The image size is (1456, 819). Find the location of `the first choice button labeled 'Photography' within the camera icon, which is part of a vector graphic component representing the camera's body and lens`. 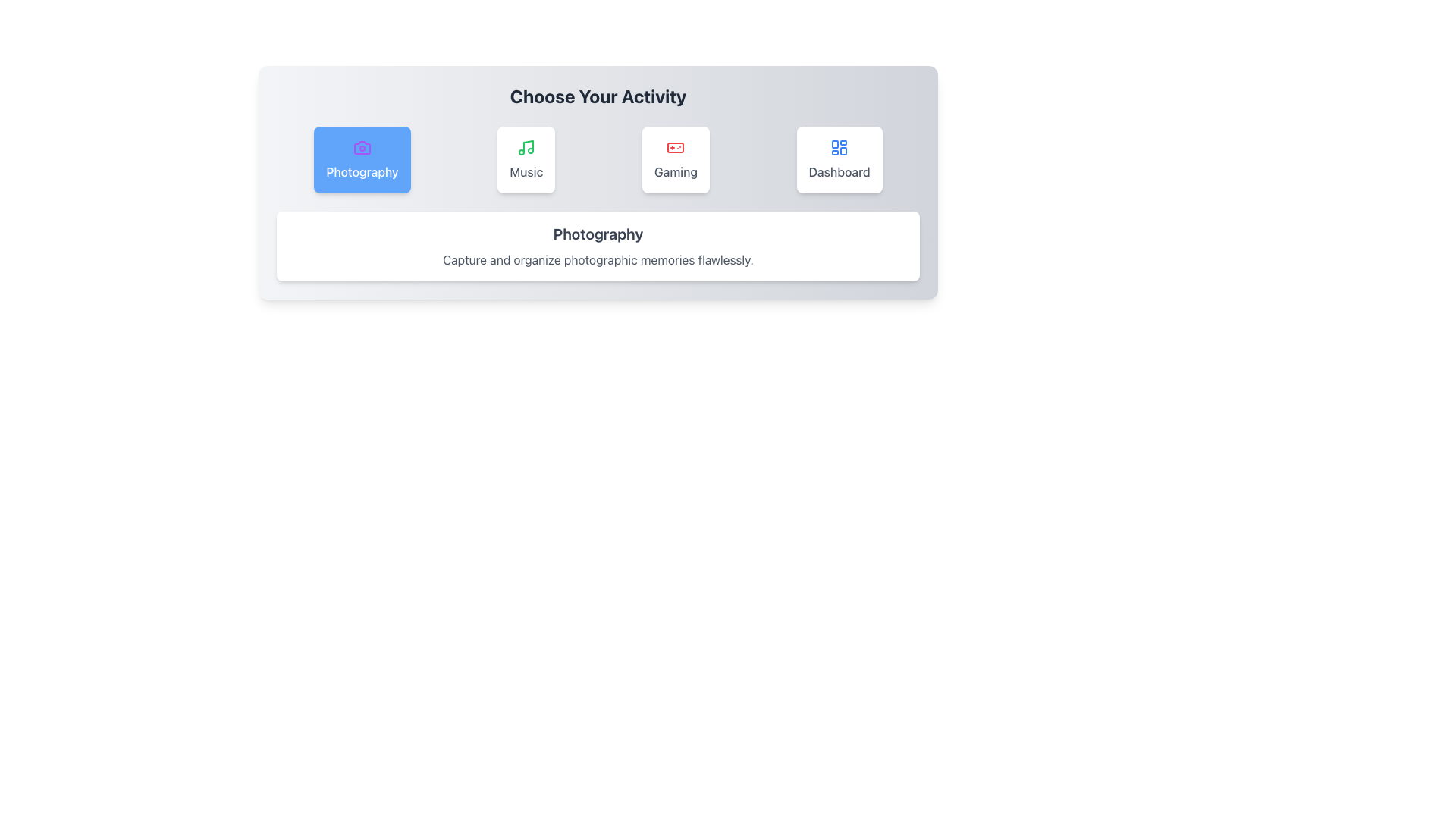

the first choice button labeled 'Photography' within the camera icon, which is part of a vector graphic component representing the camera's body and lens is located at coordinates (361, 148).